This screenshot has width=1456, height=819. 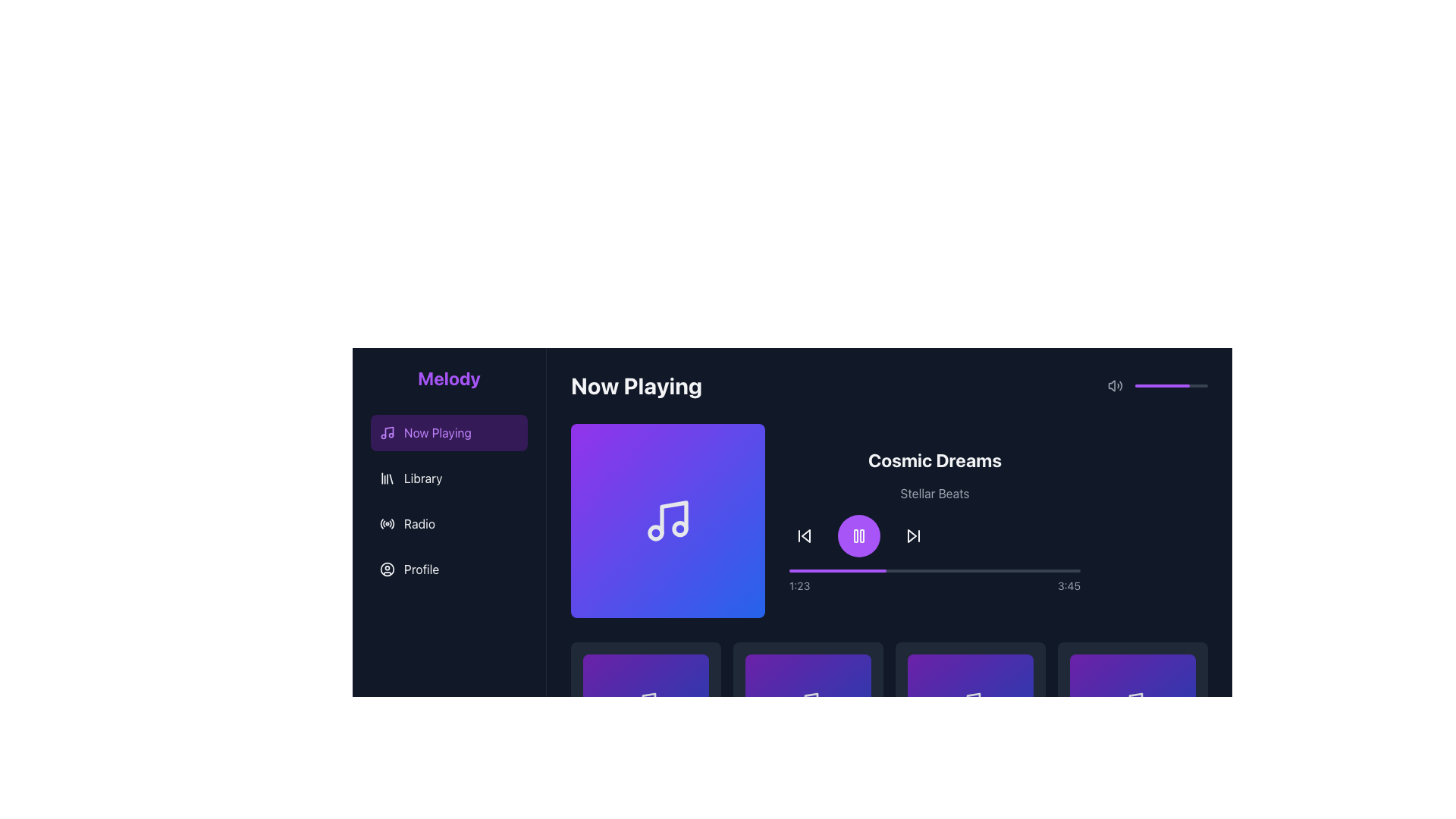 What do you see at coordinates (387, 570) in the screenshot?
I see `the circular user profile icon located` at bounding box center [387, 570].